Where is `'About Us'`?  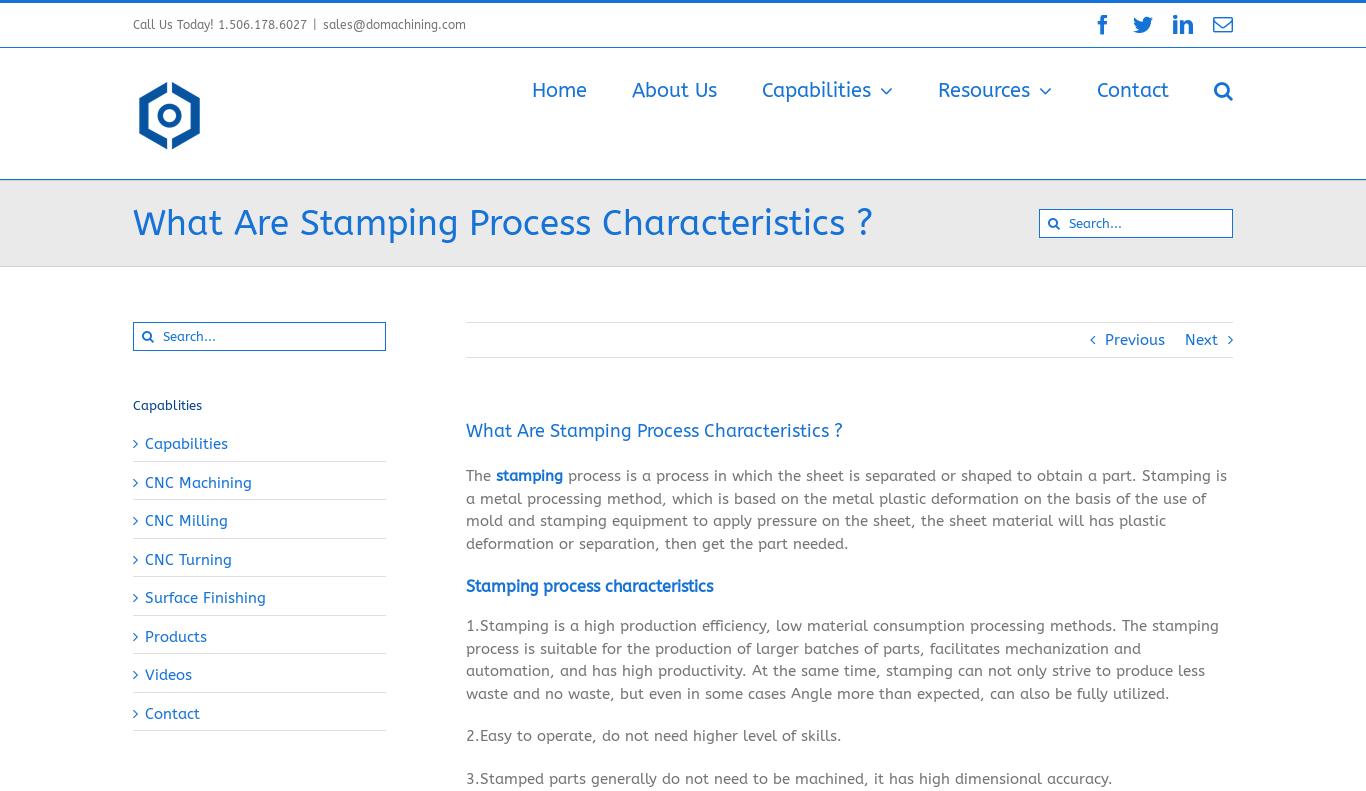 'About Us' is located at coordinates (673, 90).